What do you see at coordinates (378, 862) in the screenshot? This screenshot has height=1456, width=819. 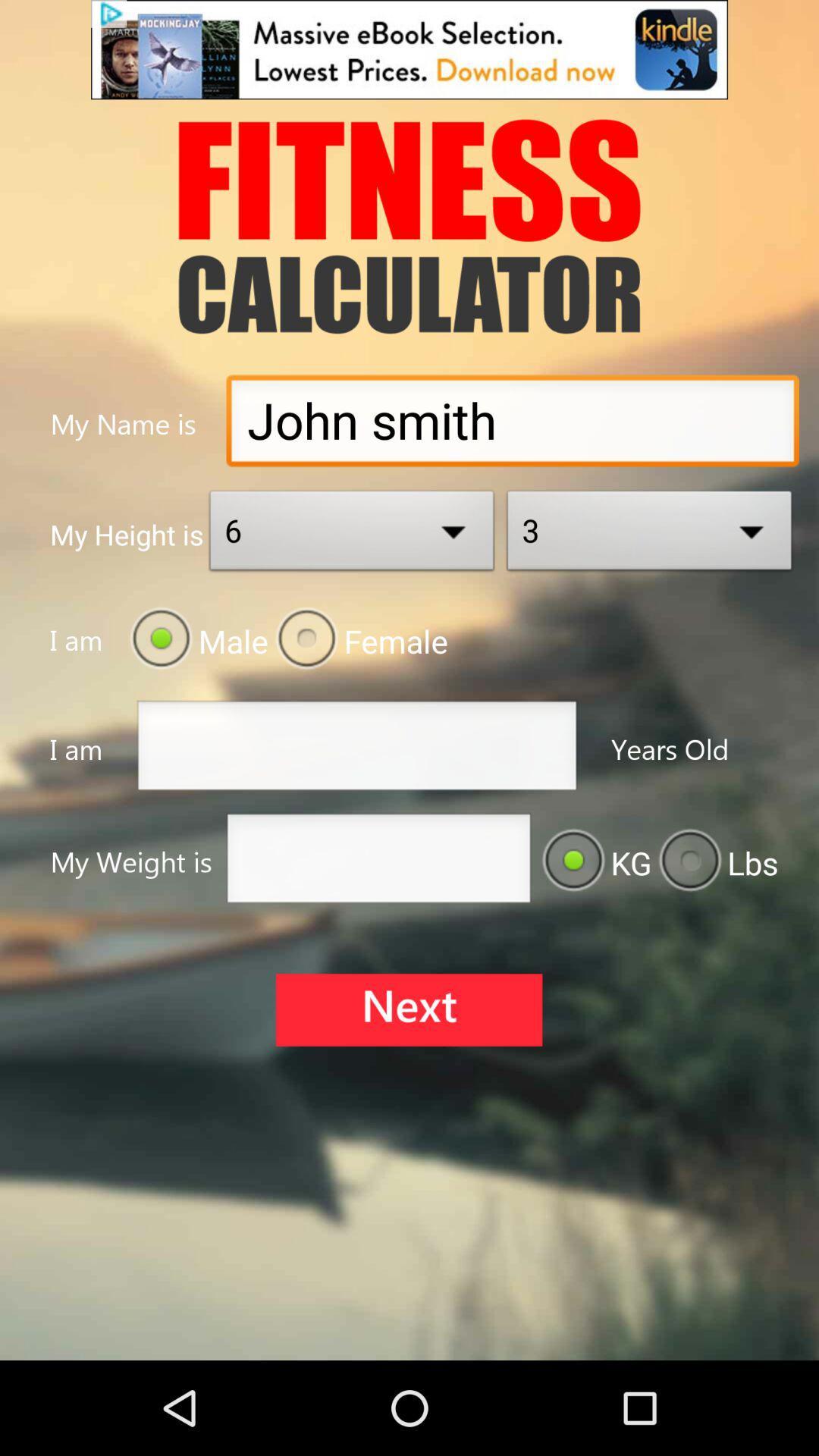 I see `input field` at bounding box center [378, 862].